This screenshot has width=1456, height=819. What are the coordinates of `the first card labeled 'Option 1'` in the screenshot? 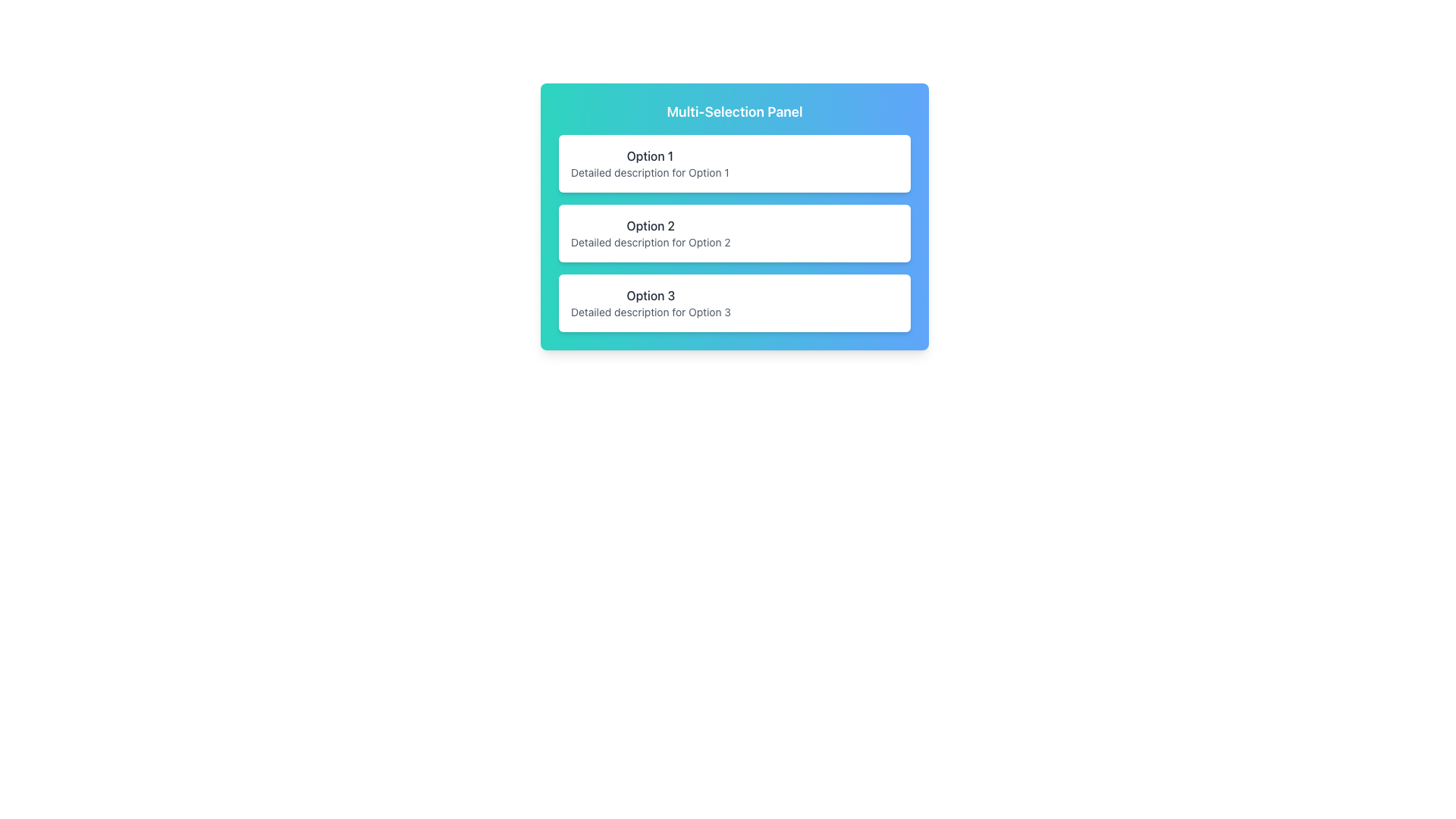 It's located at (650, 164).